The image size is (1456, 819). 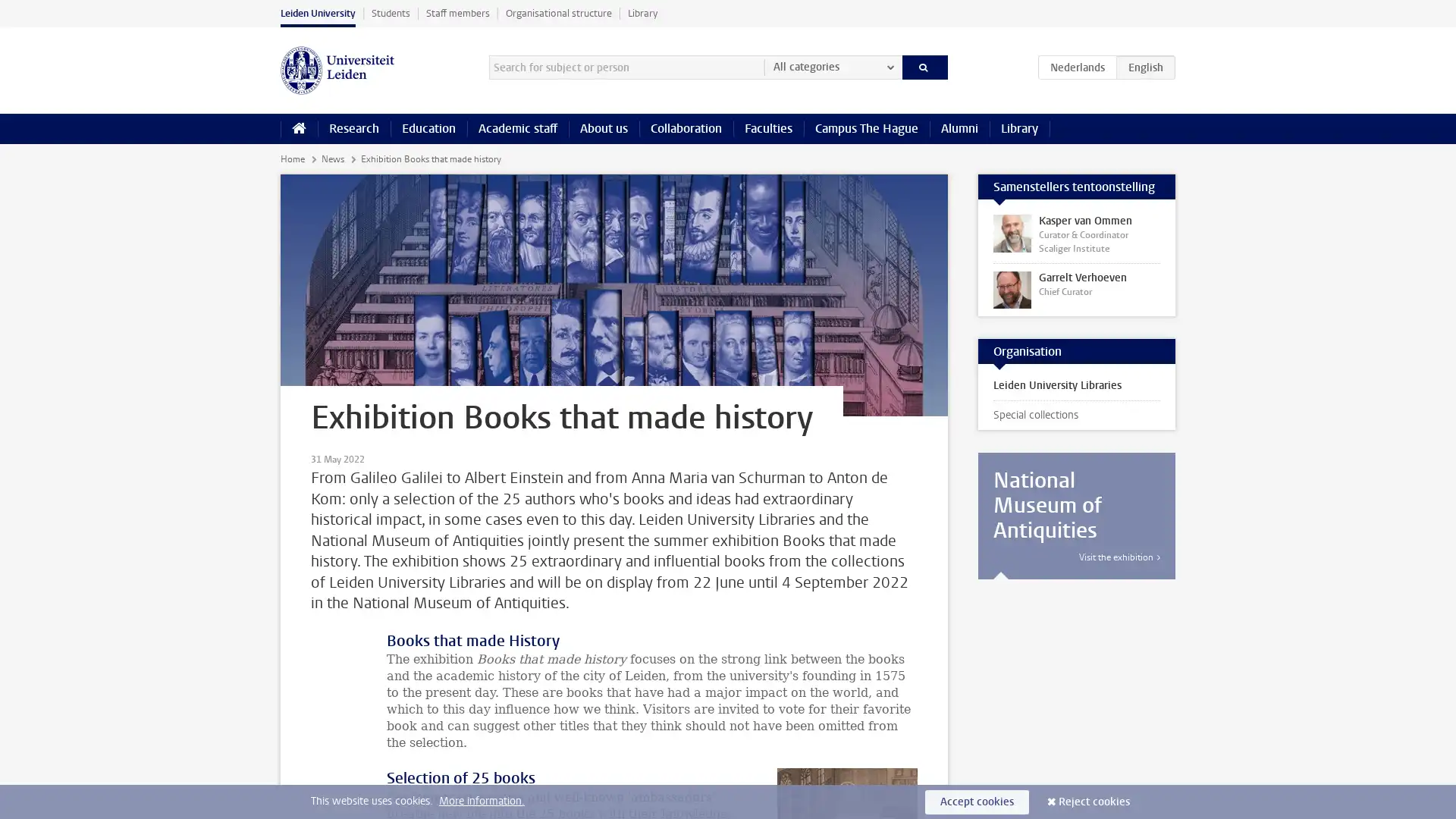 I want to click on Search, so click(x=924, y=66).